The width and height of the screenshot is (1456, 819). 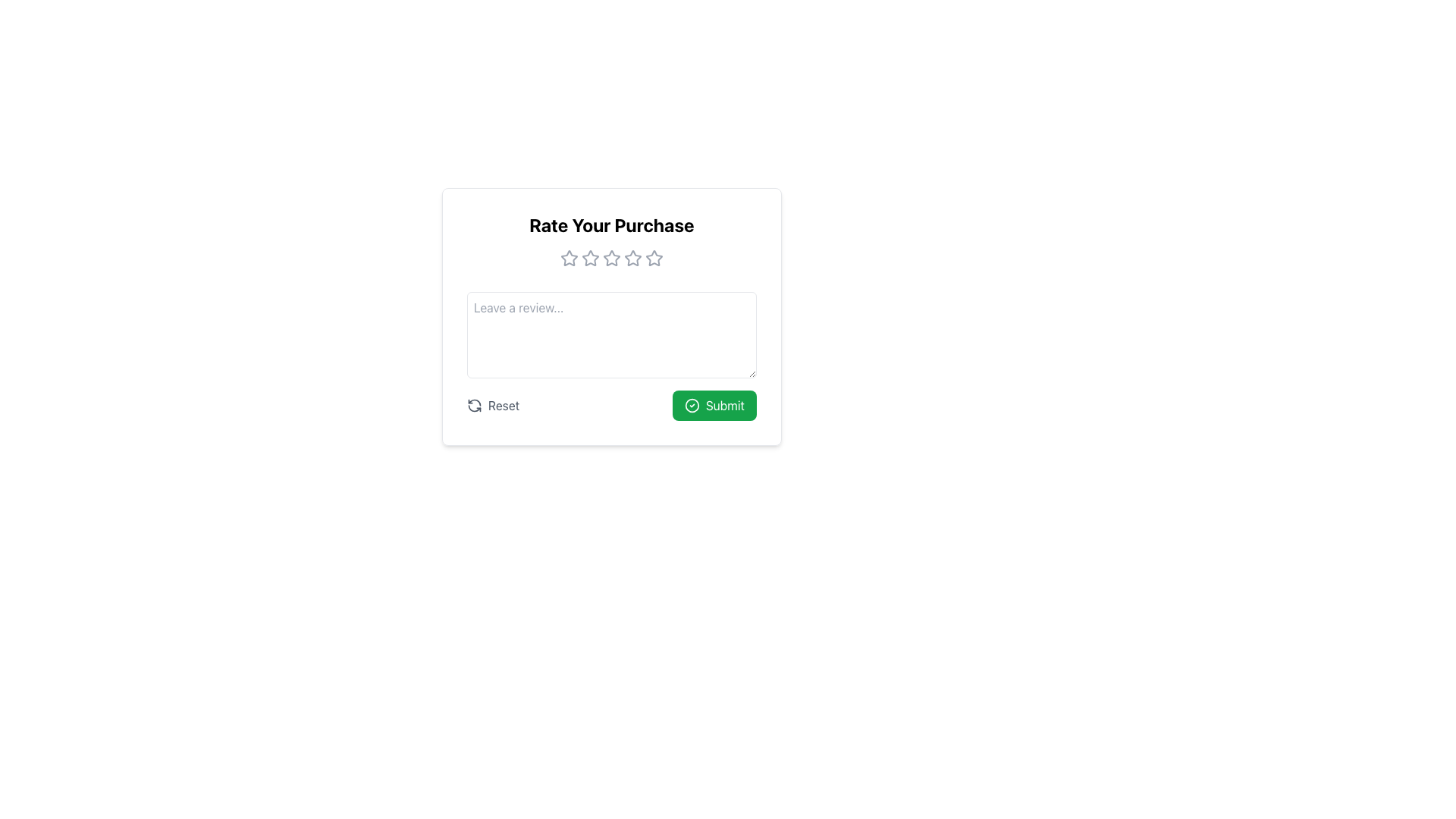 I want to click on the fifth star icon in the 'Rate Your Purchase' section, so click(x=654, y=257).